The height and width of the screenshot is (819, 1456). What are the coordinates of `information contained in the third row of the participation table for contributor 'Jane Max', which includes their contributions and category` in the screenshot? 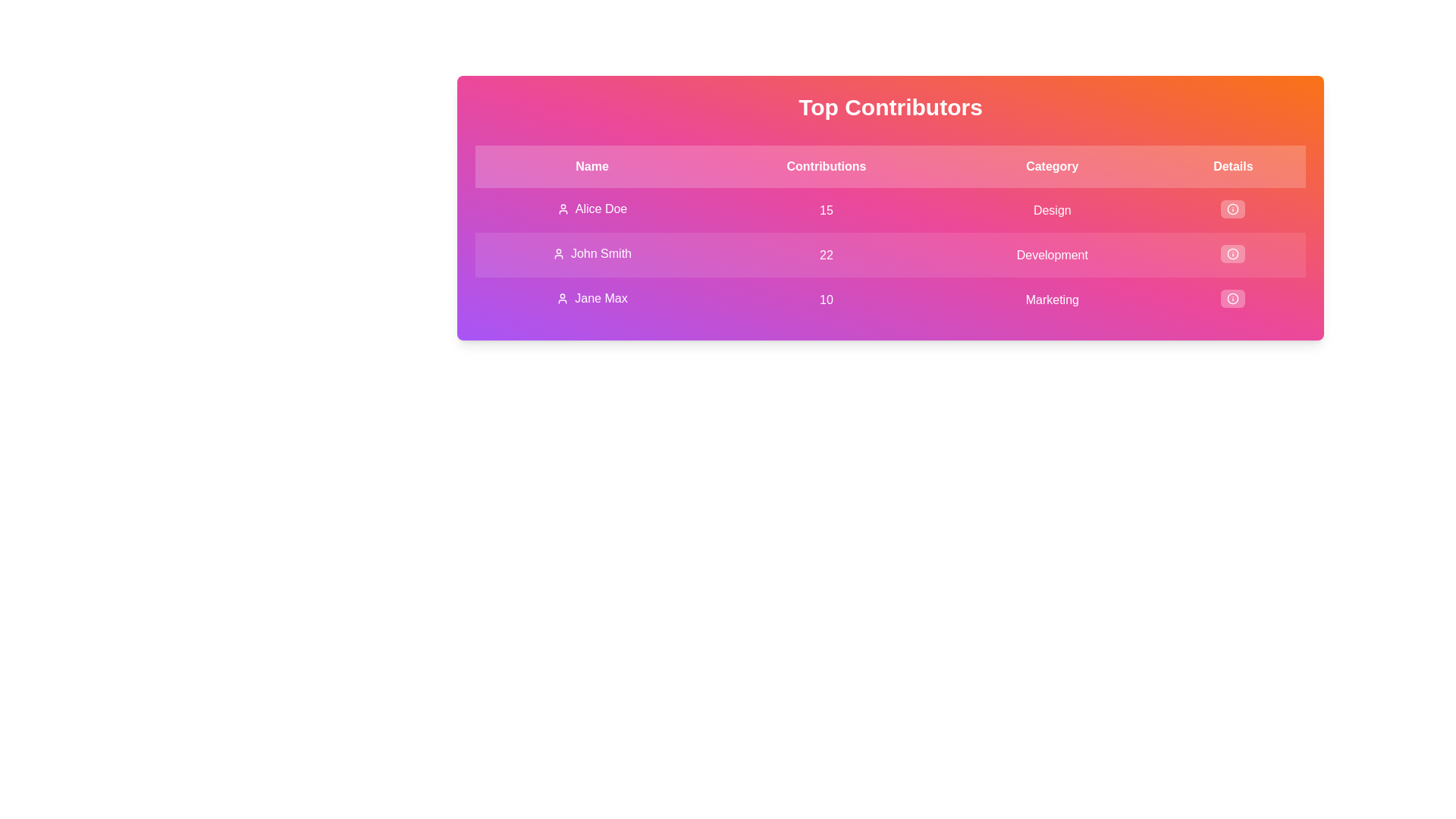 It's located at (890, 300).